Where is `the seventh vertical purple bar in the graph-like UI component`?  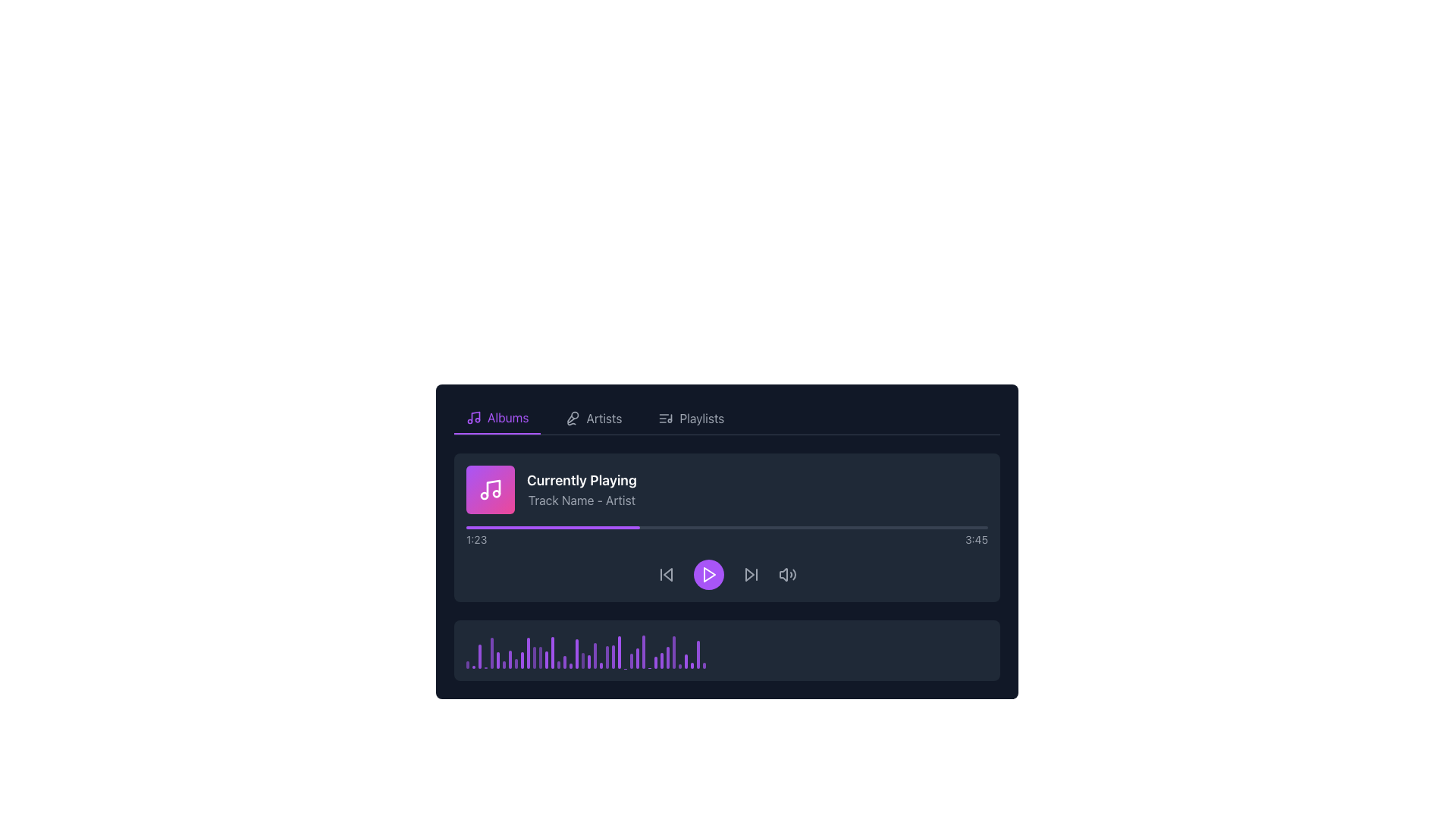 the seventh vertical purple bar in the graph-like UI component is located at coordinates (504, 664).